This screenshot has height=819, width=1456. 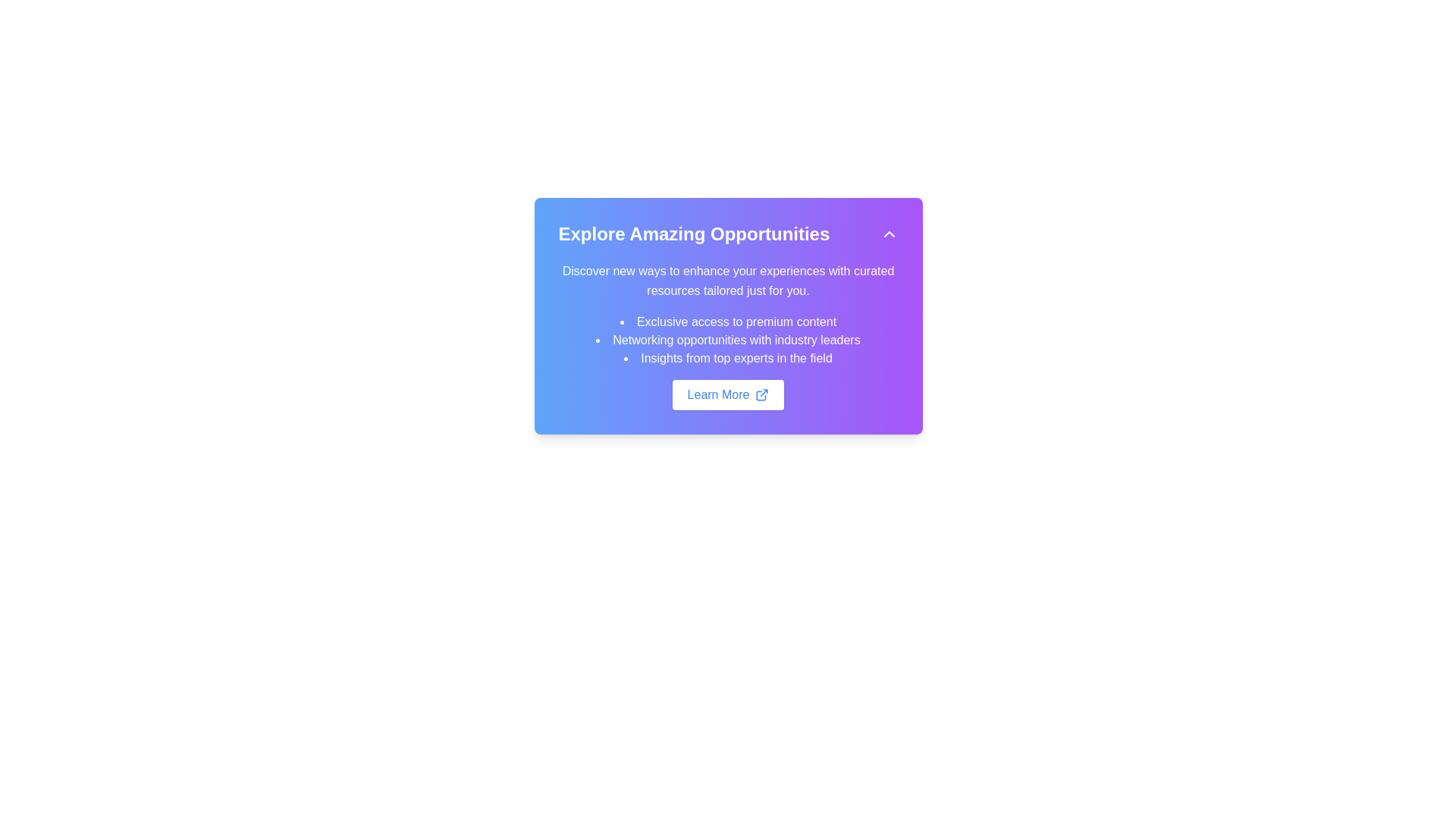 I want to click on the upward-pointing arrow button, which is white and located at the top-right corner of the 'Explore Amazing Opportunities' panel, so click(x=889, y=234).